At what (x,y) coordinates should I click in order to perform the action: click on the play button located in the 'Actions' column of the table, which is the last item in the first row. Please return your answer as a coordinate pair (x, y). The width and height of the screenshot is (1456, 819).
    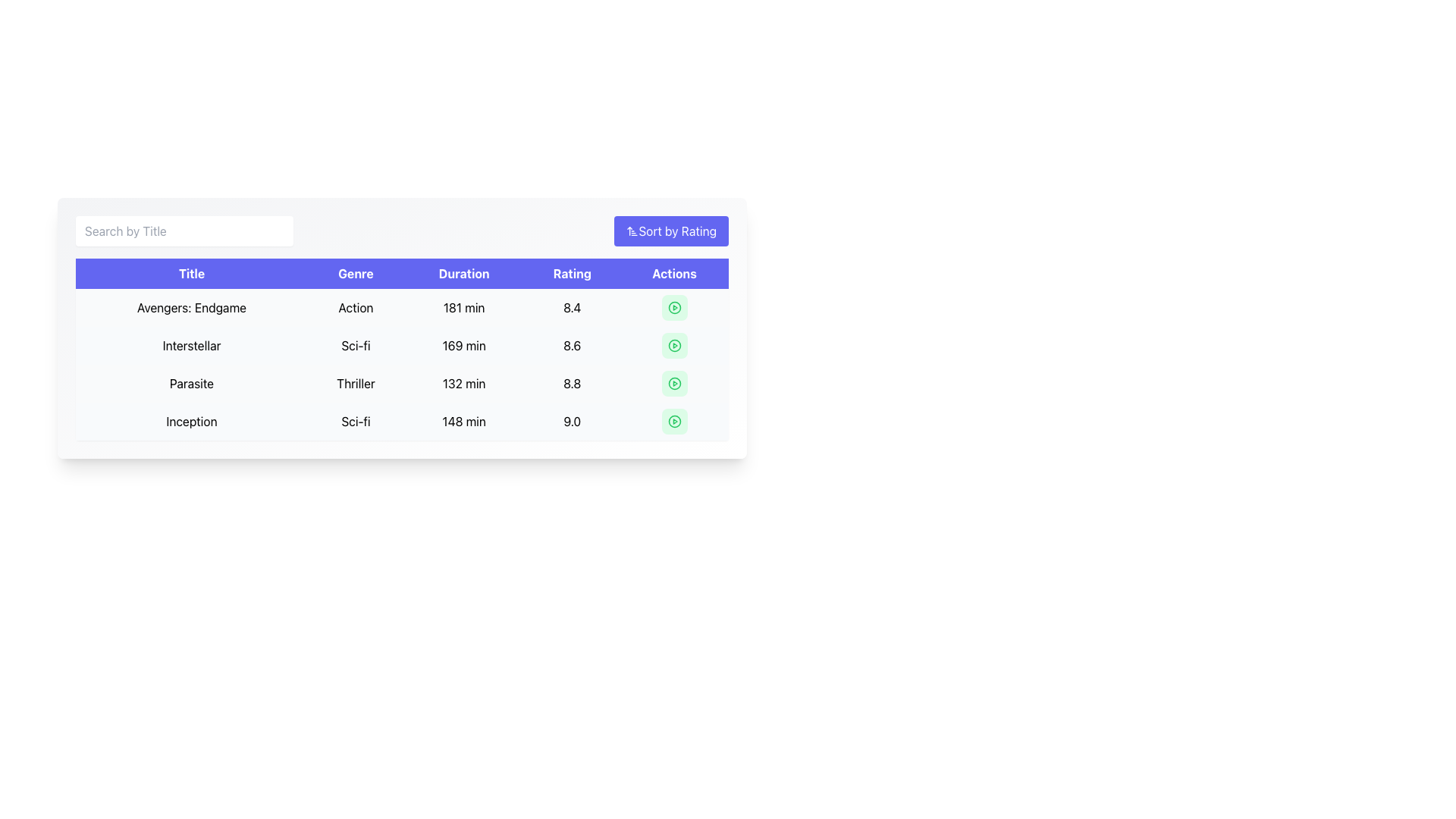
    Looking at the image, I should click on (673, 307).